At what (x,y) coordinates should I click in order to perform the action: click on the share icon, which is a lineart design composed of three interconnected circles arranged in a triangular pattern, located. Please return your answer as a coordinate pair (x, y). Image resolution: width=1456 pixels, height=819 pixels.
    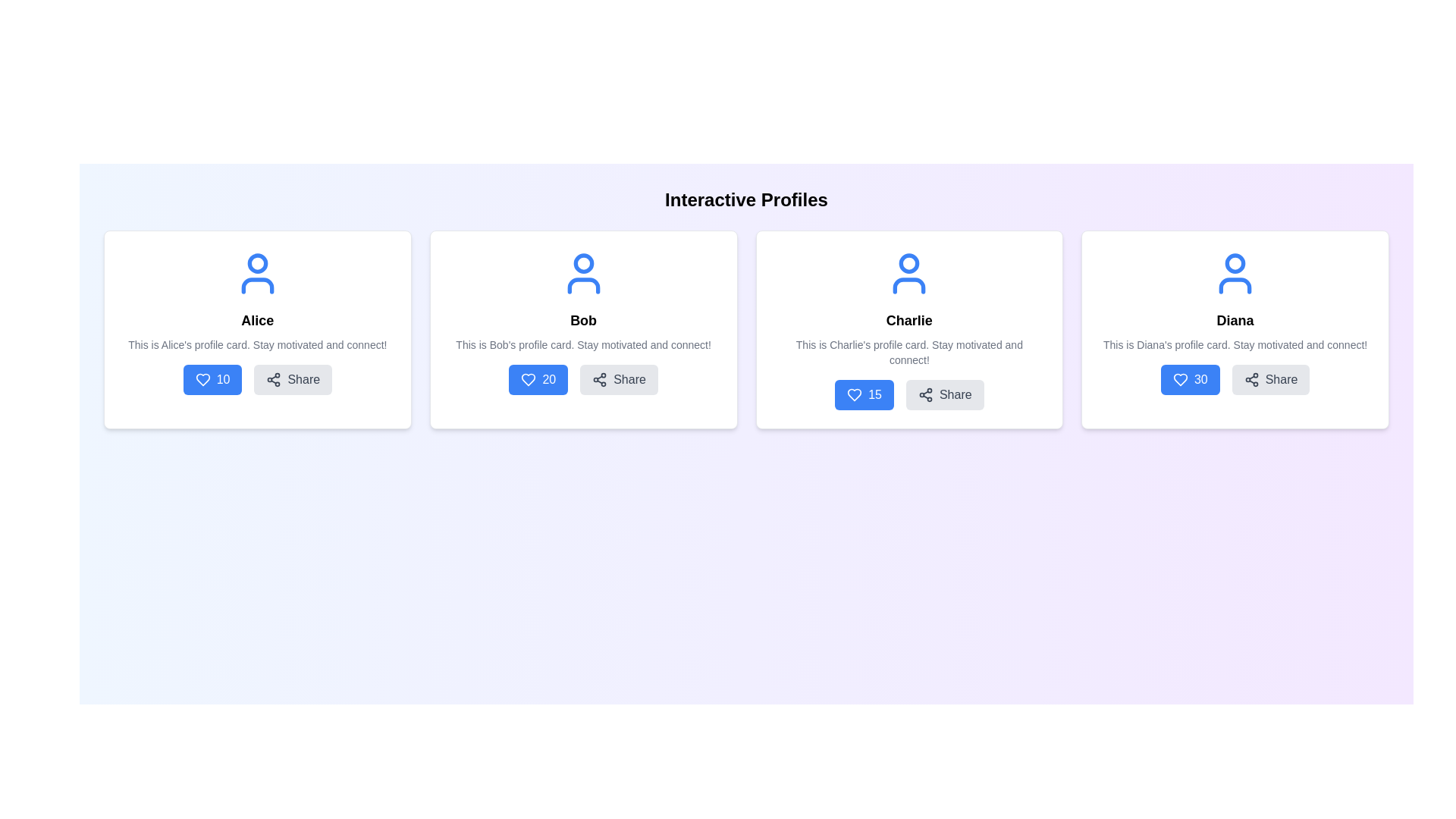
    Looking at the image, I should click on (274, 379).